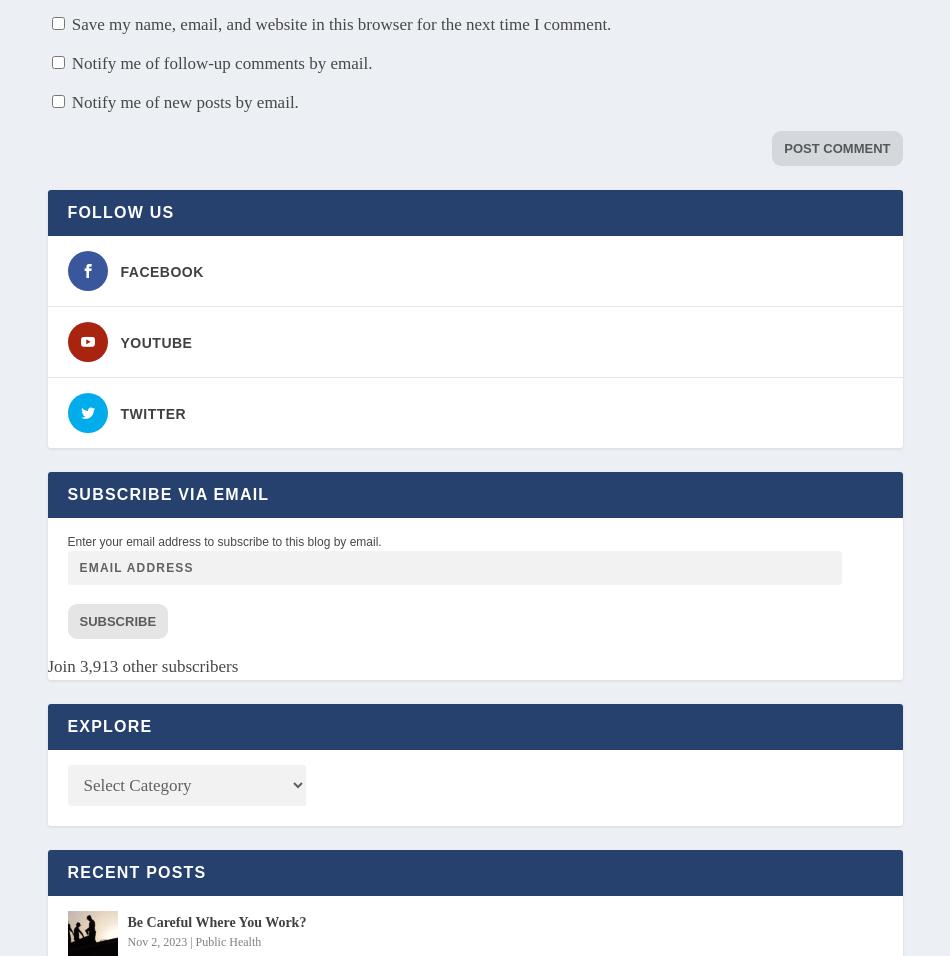 Image resolution: width=950 pixels, height=956 pixels. I want to click on 'Nov 2, 2023', so click(157, 940).